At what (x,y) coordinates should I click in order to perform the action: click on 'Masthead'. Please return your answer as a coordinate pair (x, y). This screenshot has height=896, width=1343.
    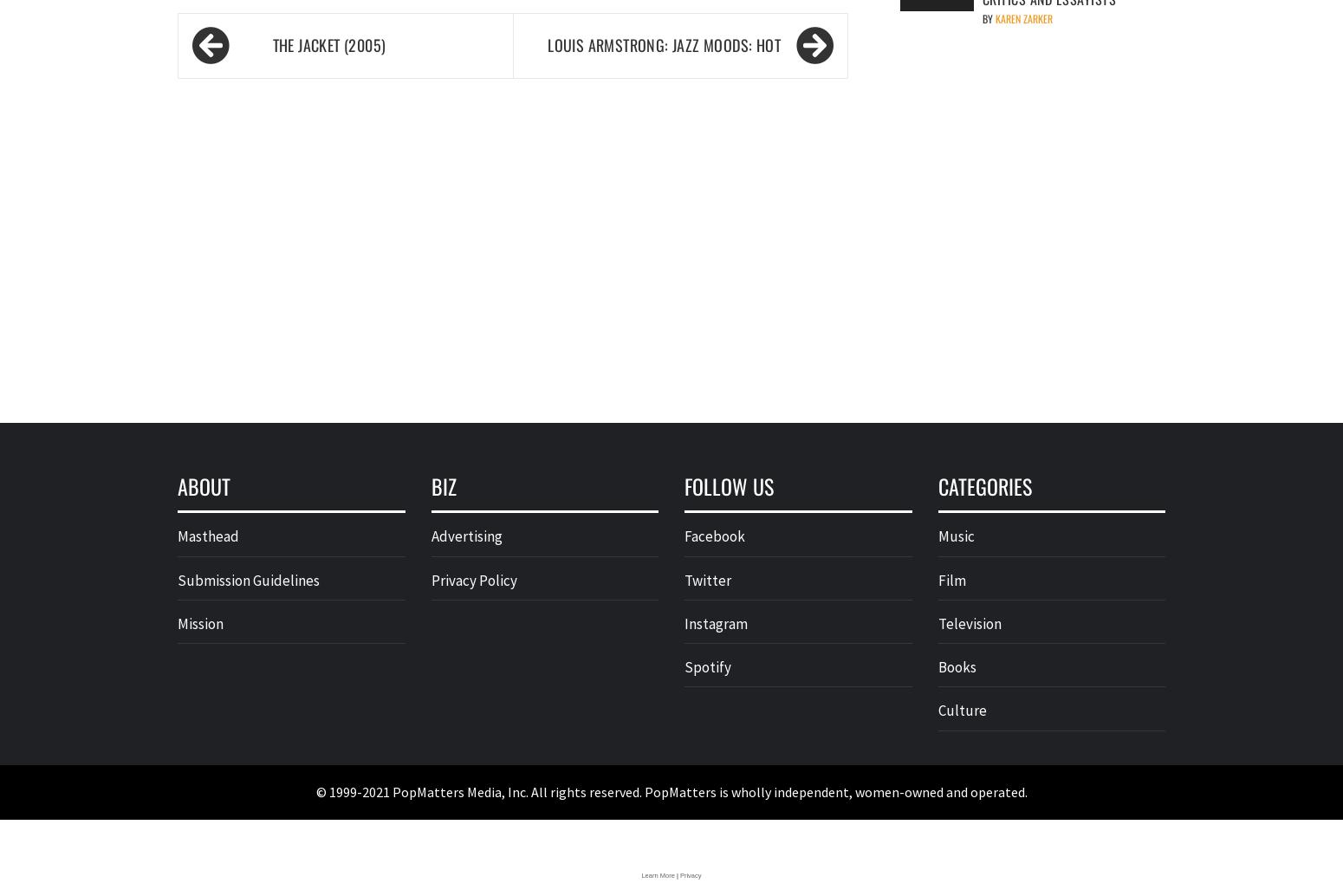
    Looking at the image, I should click on (208, 536).